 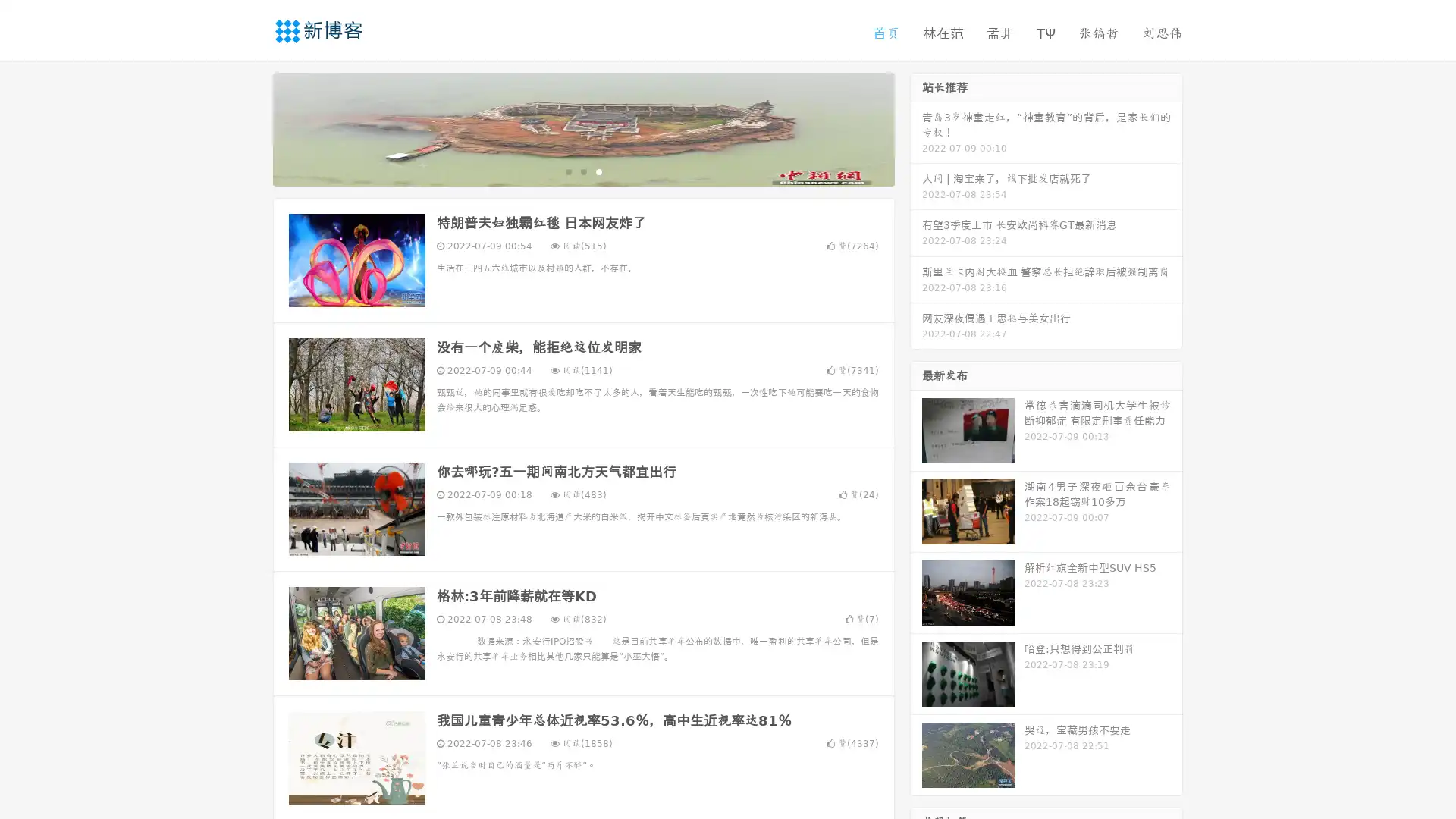 I want to click on Go to slide 1, so click(x=567, y=171).